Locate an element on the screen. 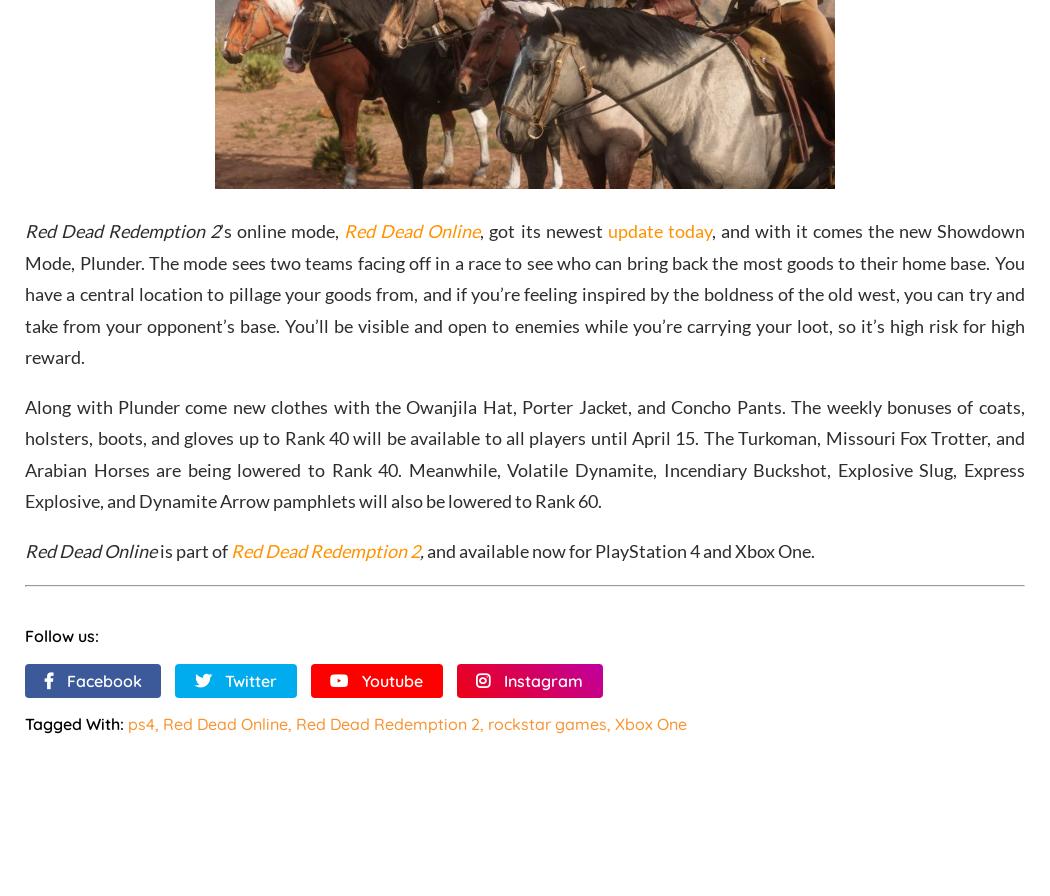 This screenshot has height=896, width=1050. 'Youtube' is located at coordinates (361, 679).